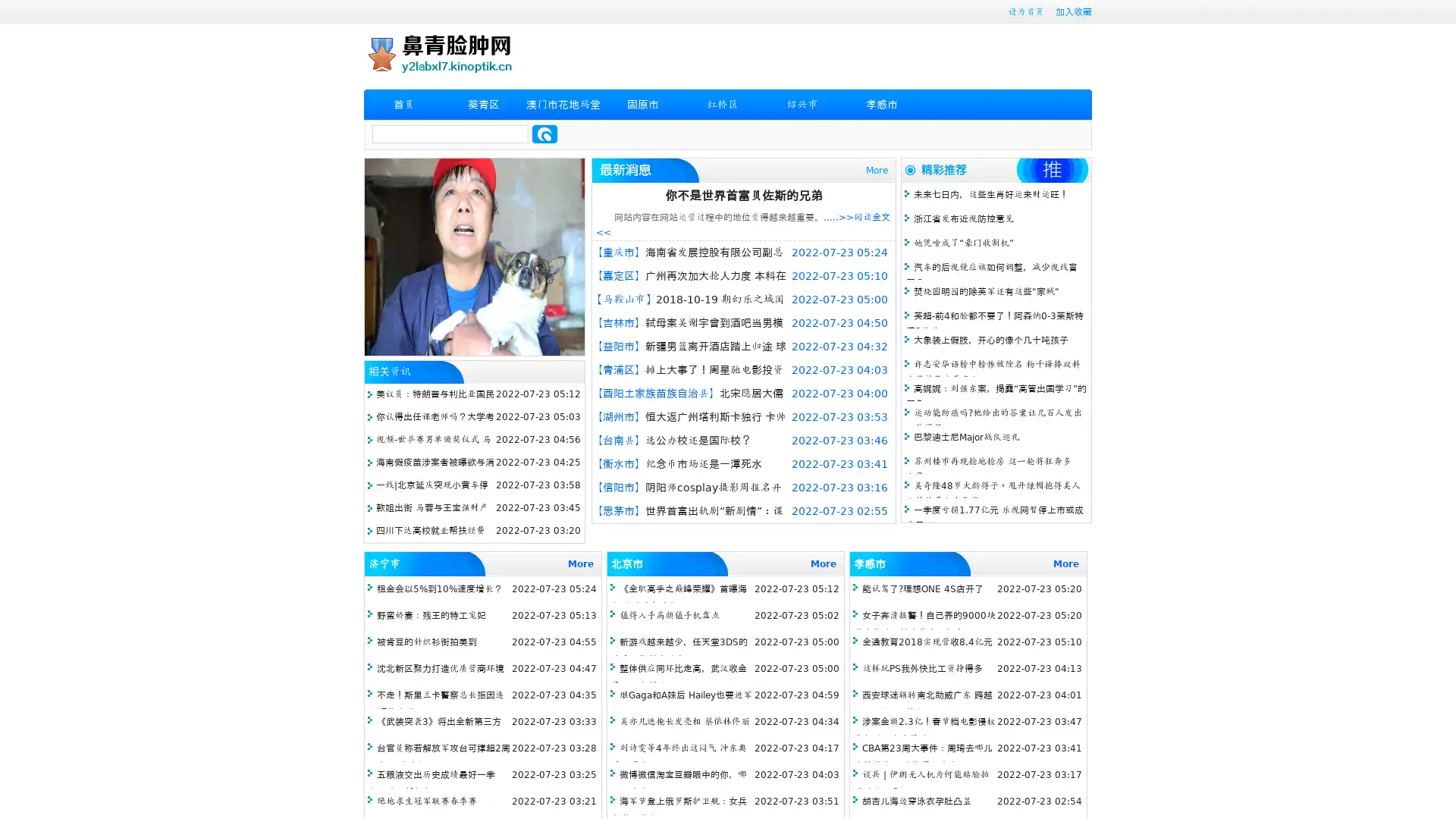 The width and height of the screenshot is (1456, 819). Describe the element at coordinates (544, 133) in the screenshot. I see `Search` at that location.